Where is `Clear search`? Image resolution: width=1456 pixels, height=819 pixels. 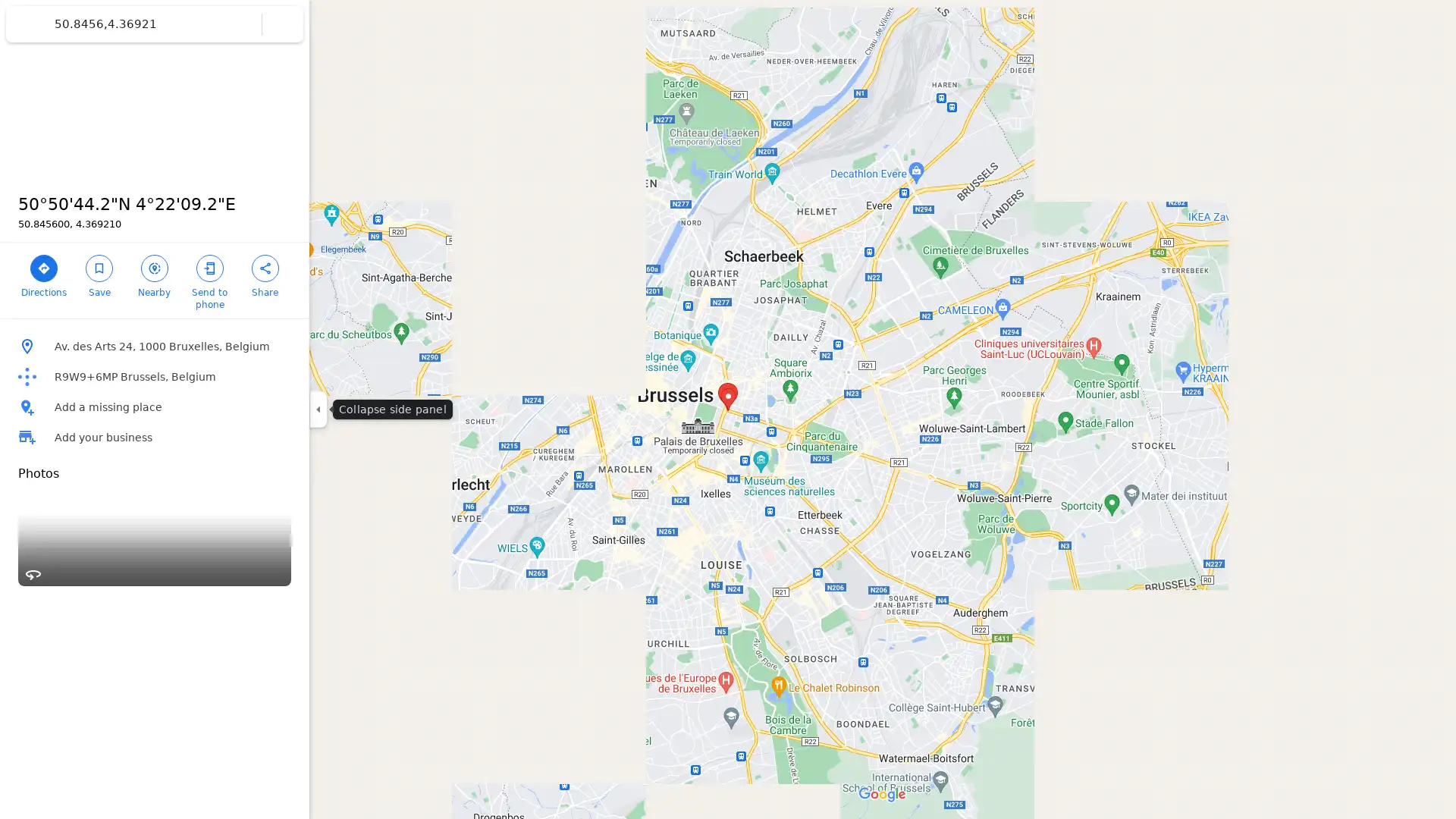
Clear search is located at coordinates (283, 24).